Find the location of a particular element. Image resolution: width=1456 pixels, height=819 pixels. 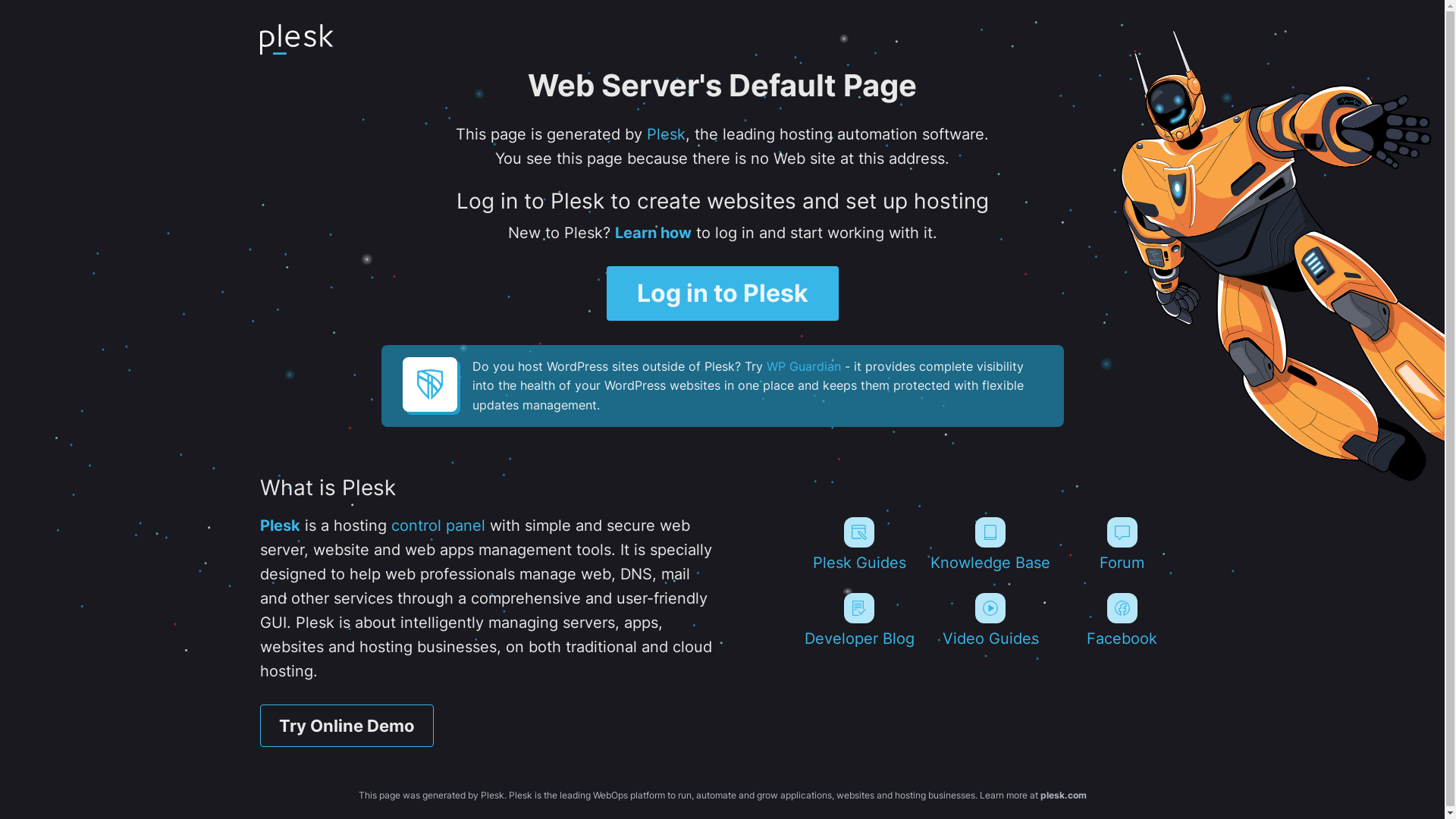

'Plesk' is located at coordinates (647, 133).